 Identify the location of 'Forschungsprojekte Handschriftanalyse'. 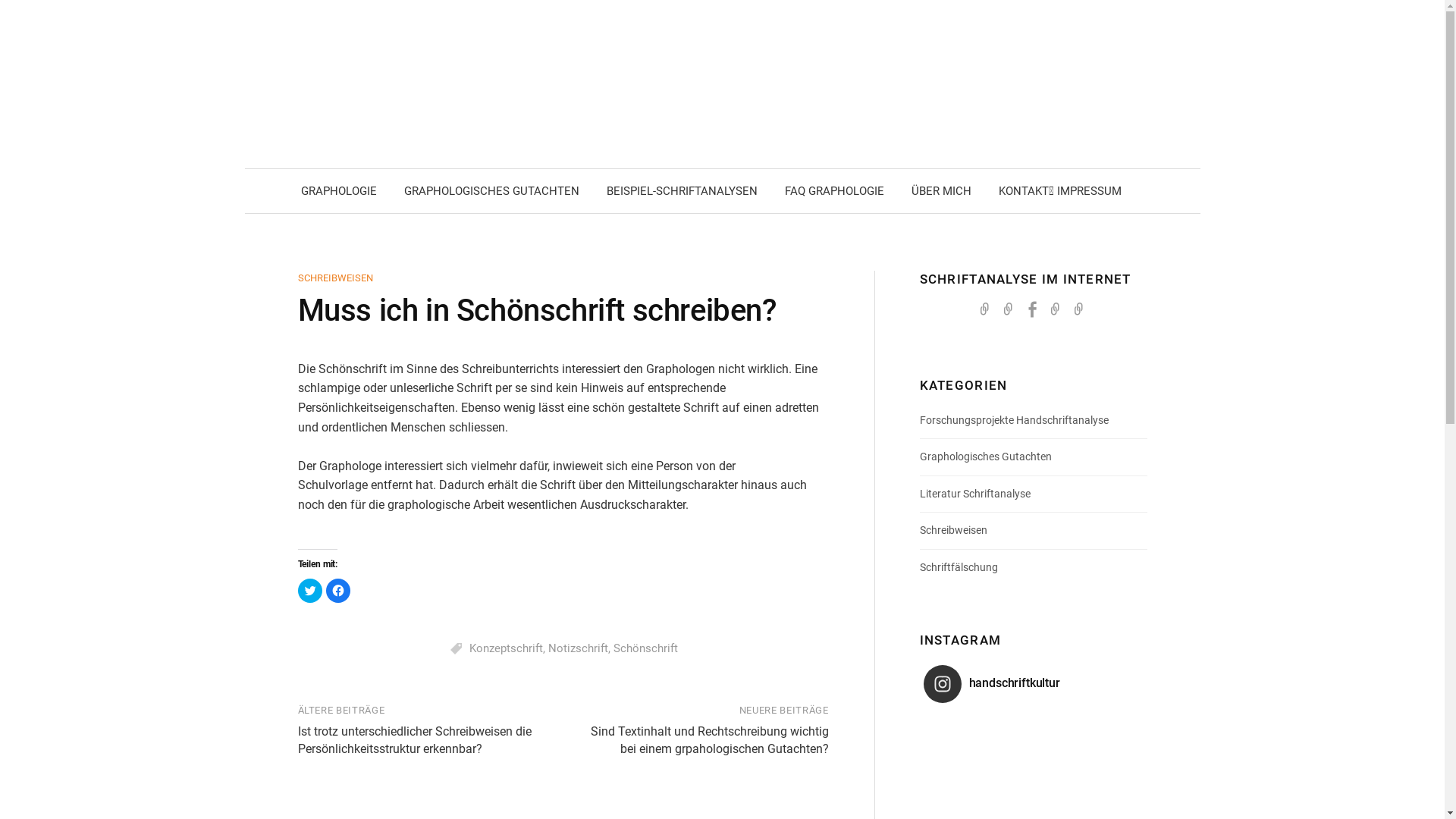
(919, 420).